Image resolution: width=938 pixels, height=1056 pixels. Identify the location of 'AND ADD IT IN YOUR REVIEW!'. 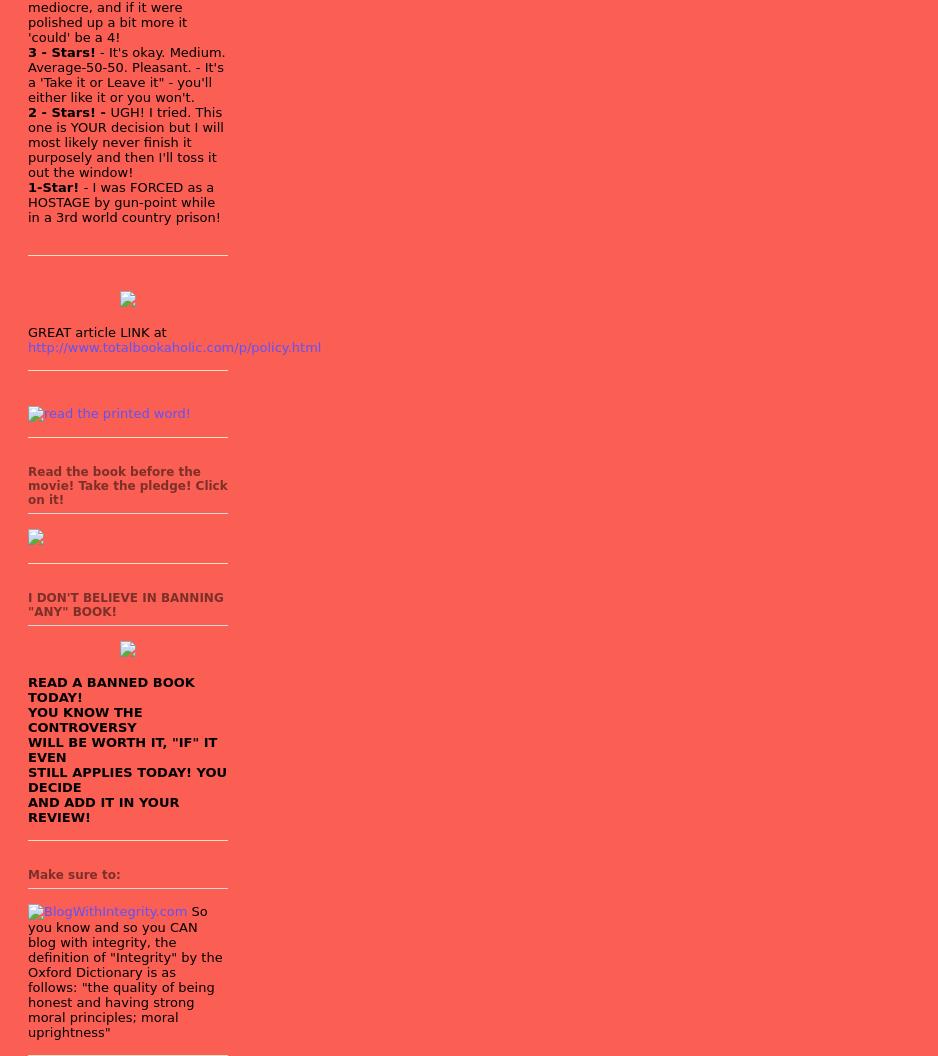
(102, 809).